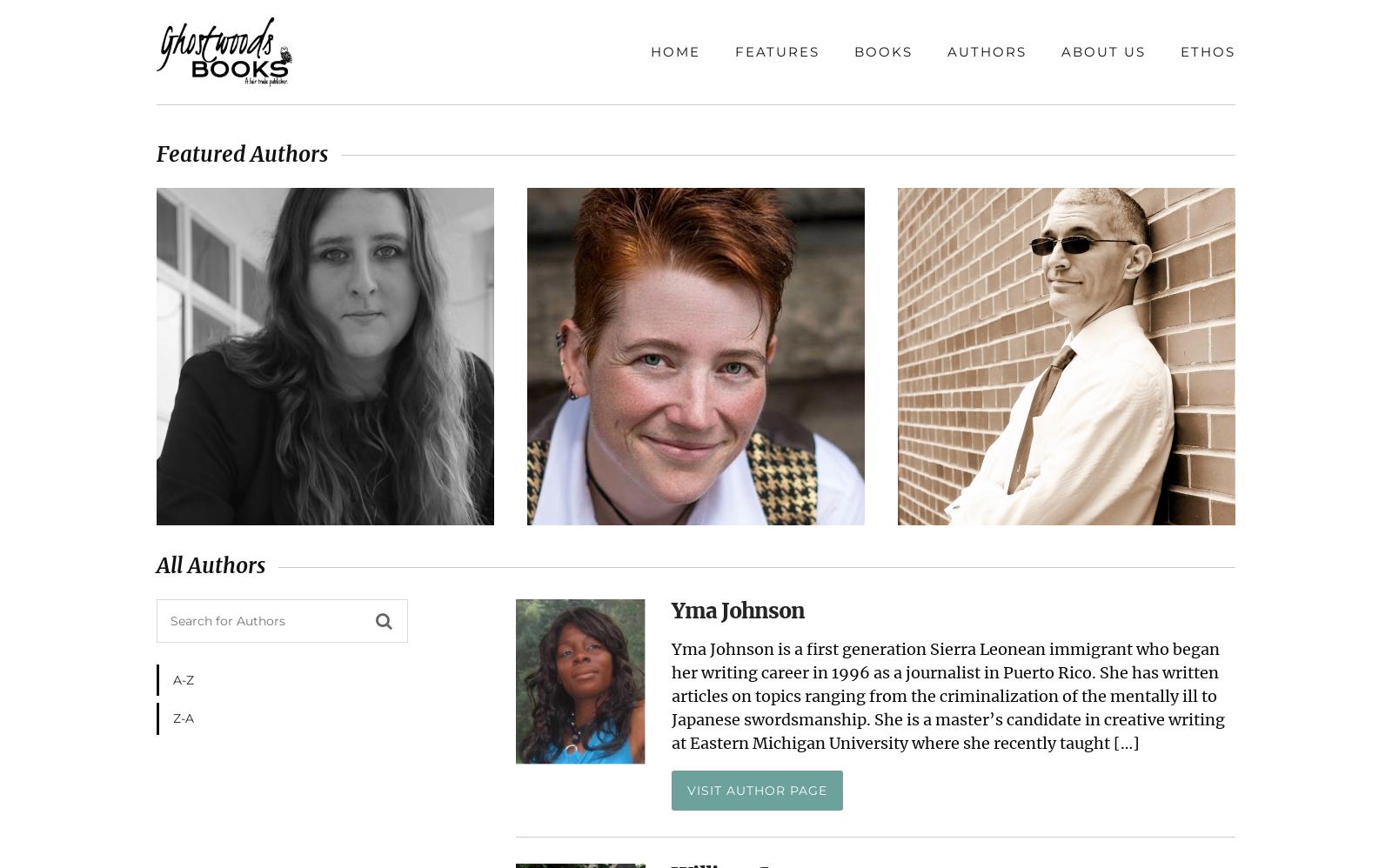  I want to click on 'Featured Authors', so click(242, 152).